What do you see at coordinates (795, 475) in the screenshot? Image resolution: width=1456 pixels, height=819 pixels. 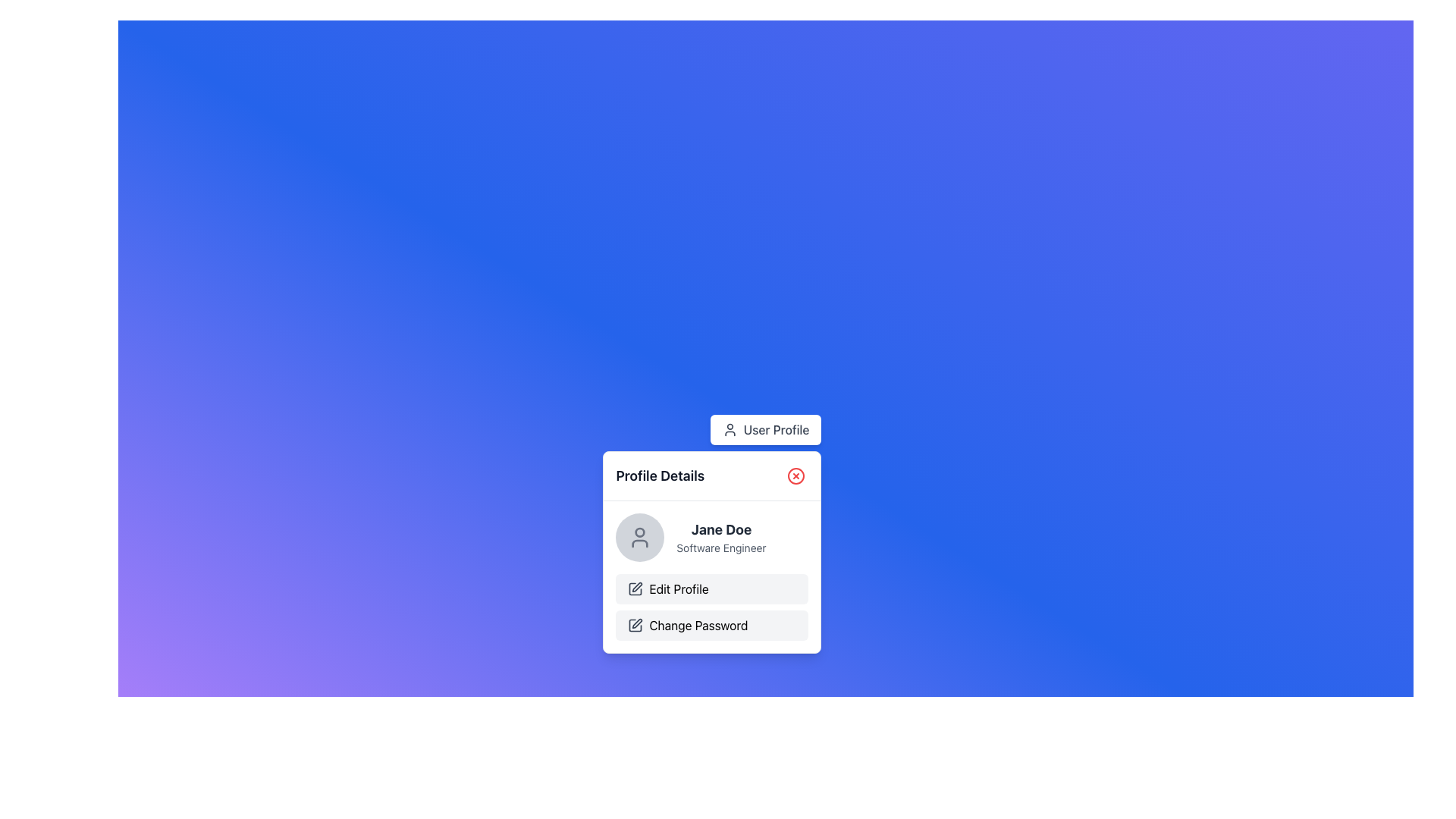 I see `the close button at the top-right corner of the 'Profile Details' card` at bounding box center [795, 475].